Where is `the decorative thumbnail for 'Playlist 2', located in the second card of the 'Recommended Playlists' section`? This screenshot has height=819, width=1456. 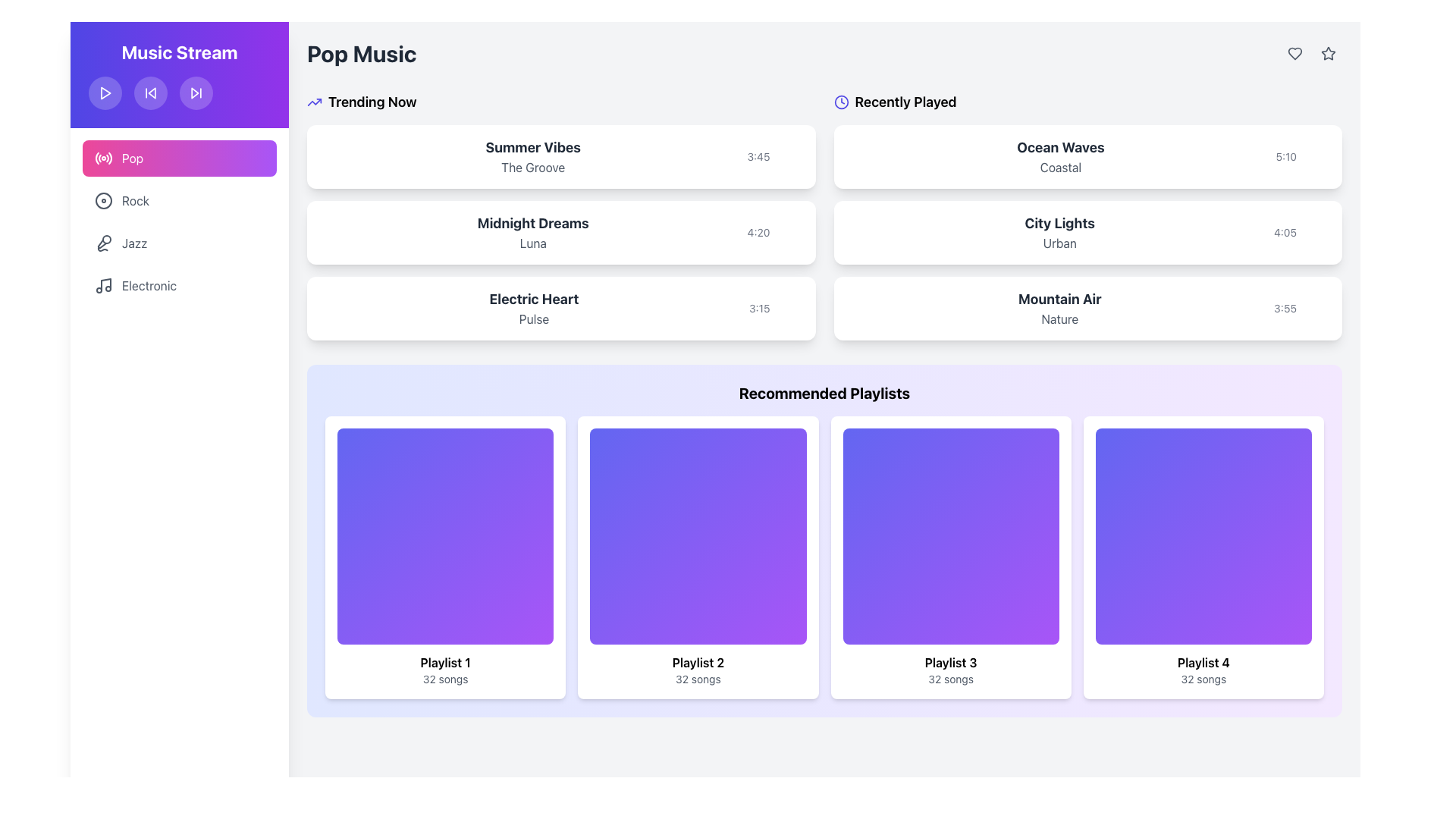 the decorative thumbnail for 'Playlist 2', located in the second card of the 'Recommended Playlists' section is located at coordinates (697, 535).